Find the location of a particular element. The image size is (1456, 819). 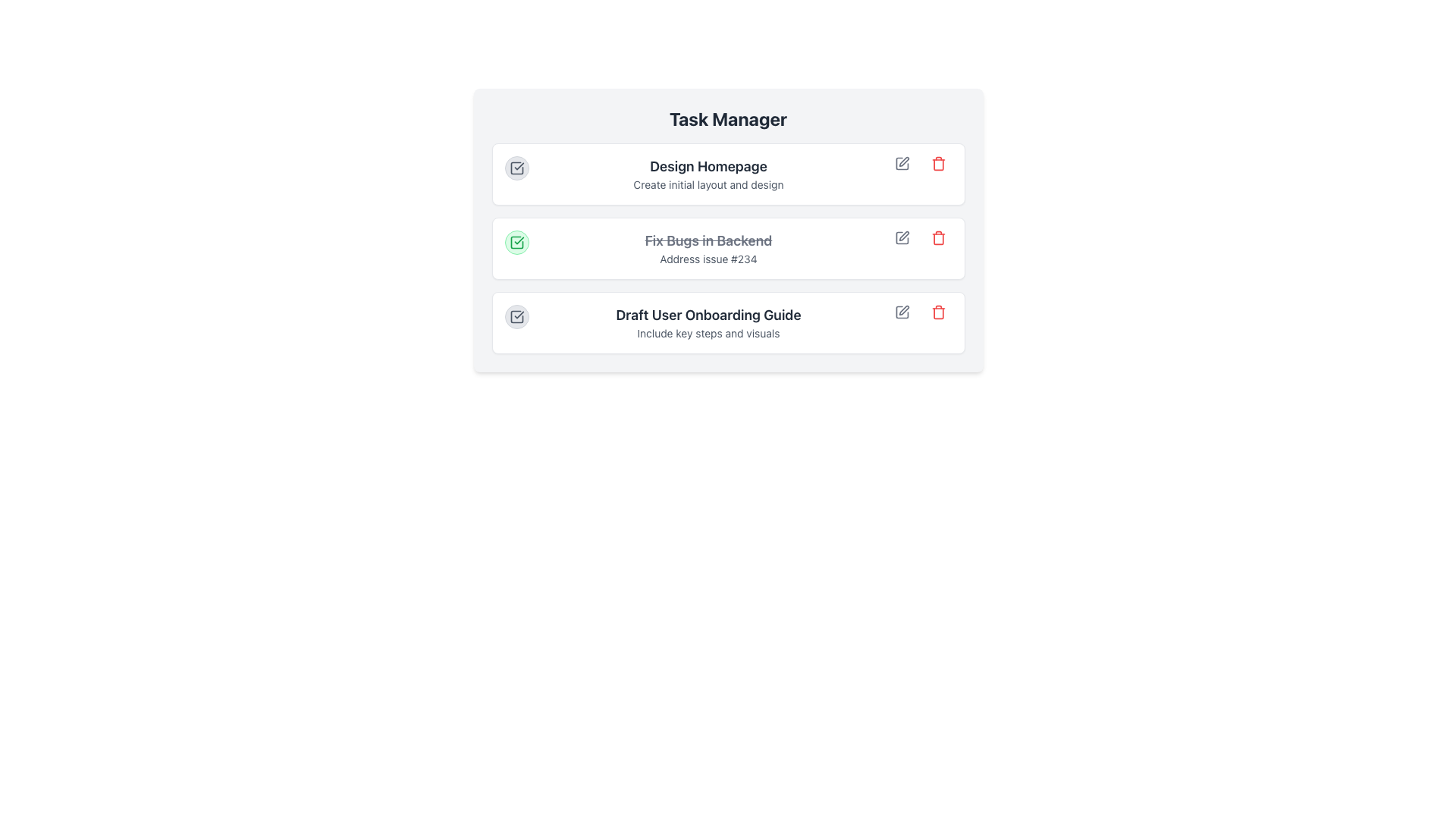

the text label element that states 'Create initial layout and design,' which is styled in grey and located beneath the 'Design Homepage' header in the task list interface is located at coordinates (708, 184).